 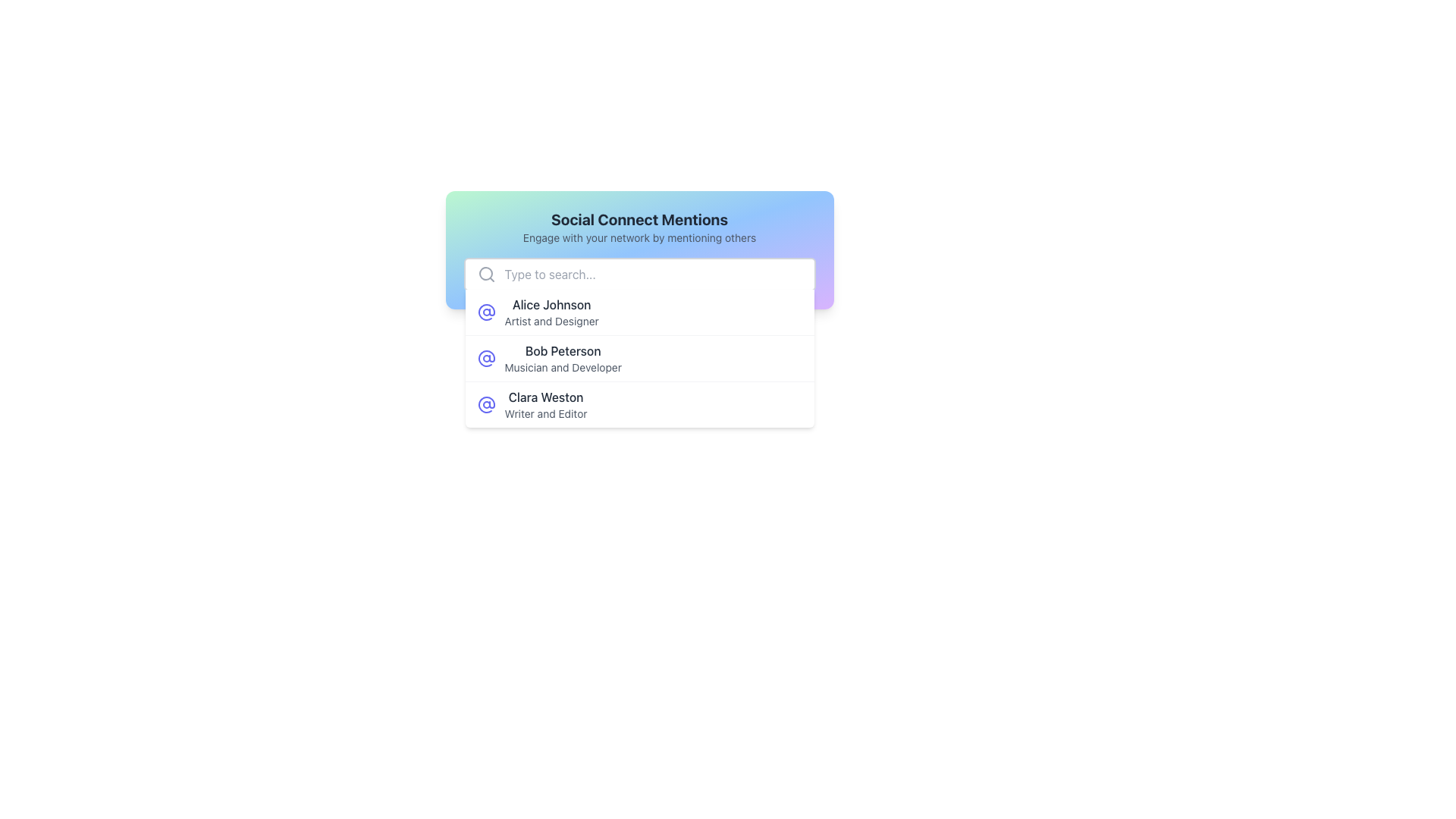 What do you see at coordinates (486, 312) in the screenshot?
I see `the circular indigo '@' icon located to the left of 'Alice Johnson' in the 'Social Connect Mentions' section` at bounding box center [486, 312].